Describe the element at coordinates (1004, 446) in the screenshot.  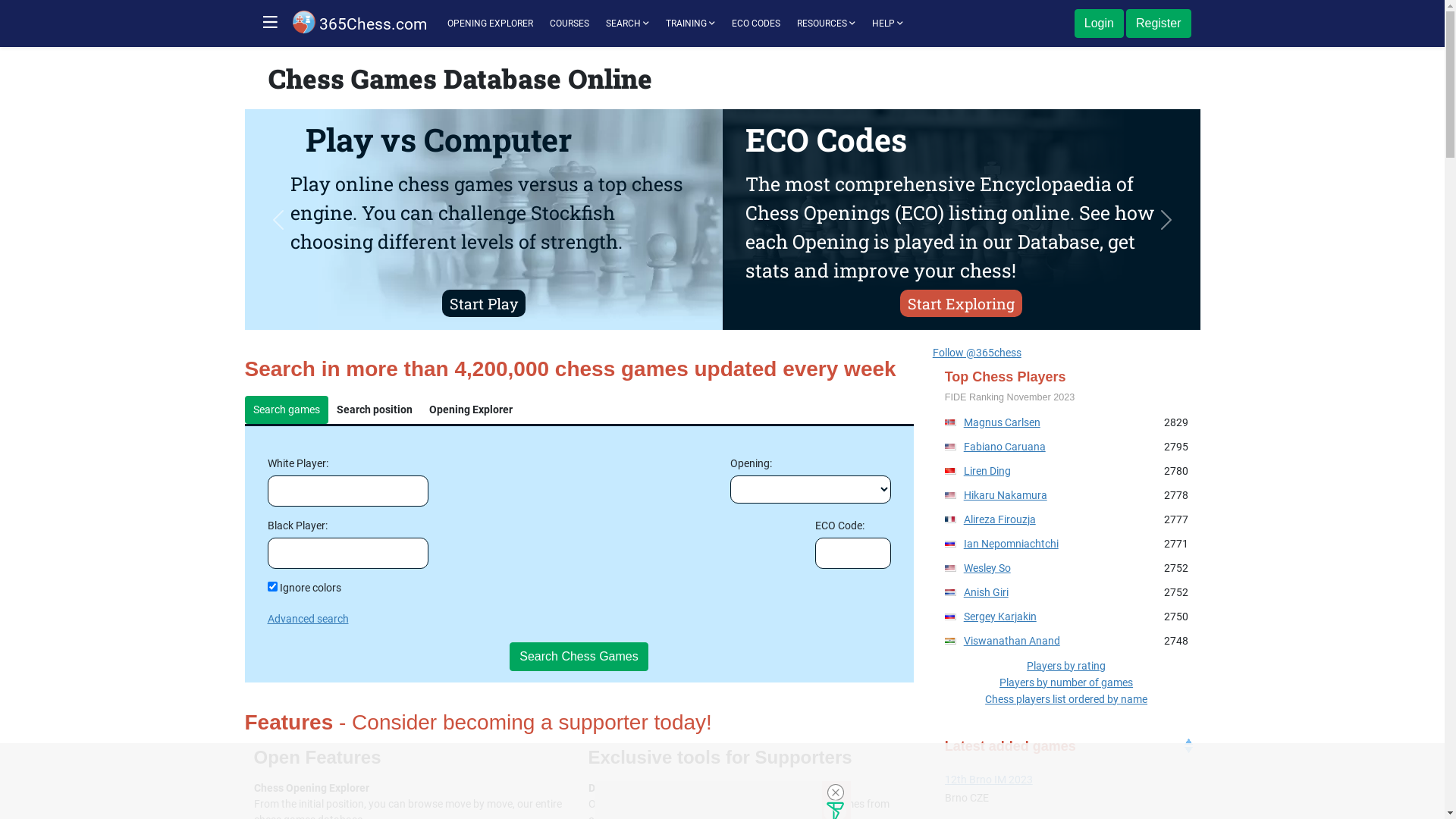
I see `'Fabiano Caruana'` at that location.